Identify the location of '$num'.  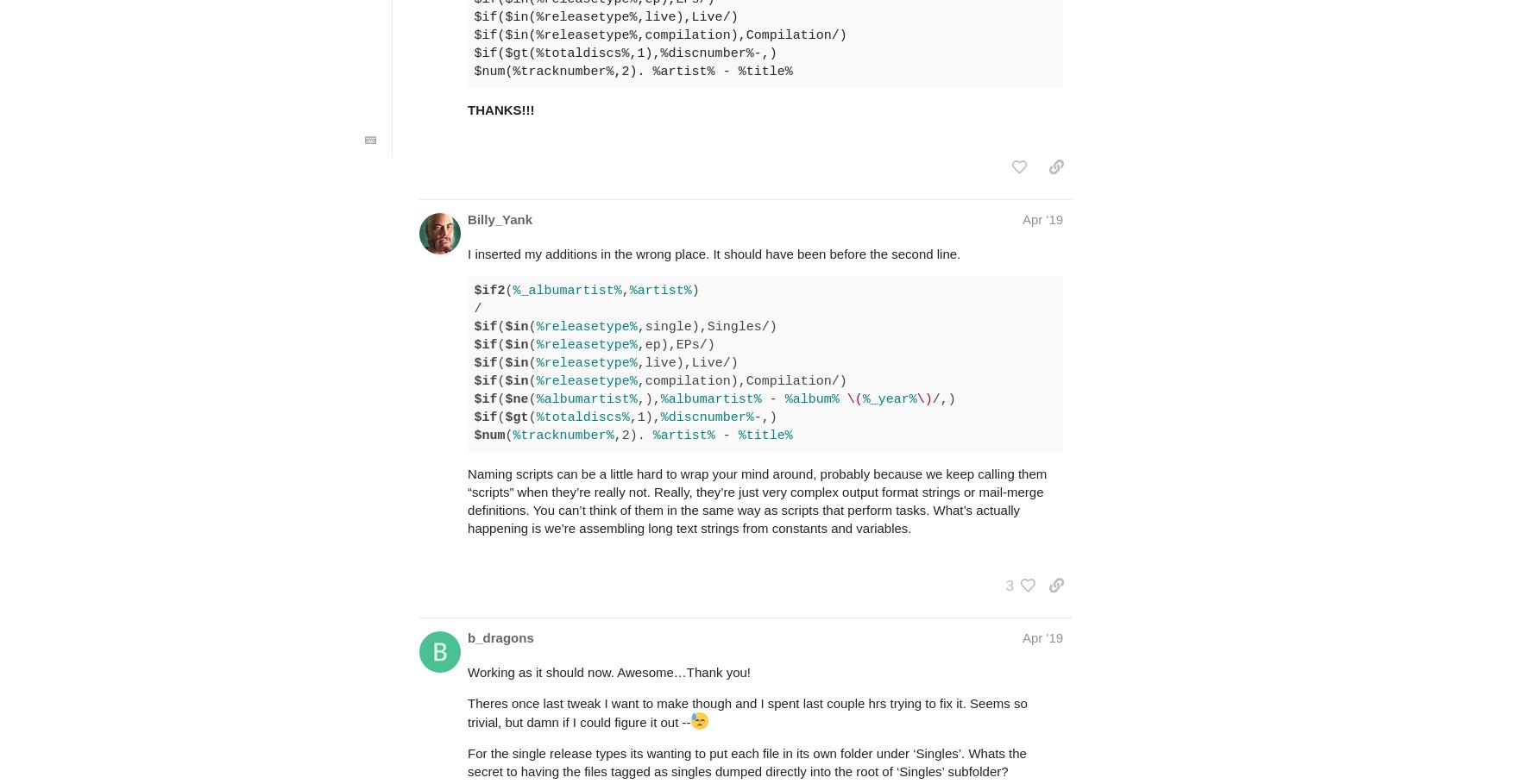
(472, 435).